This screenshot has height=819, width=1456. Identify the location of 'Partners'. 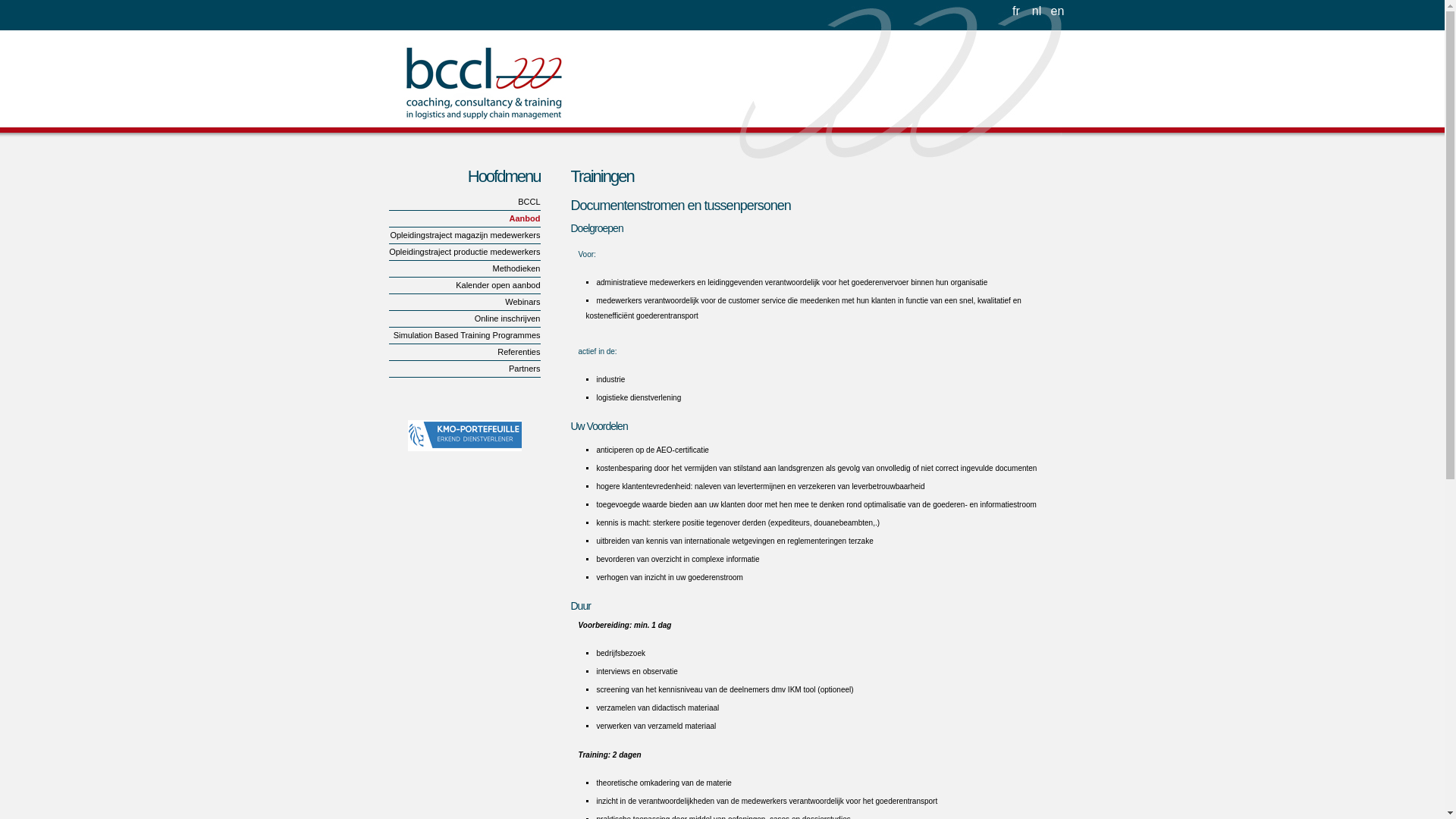
(463, 369).